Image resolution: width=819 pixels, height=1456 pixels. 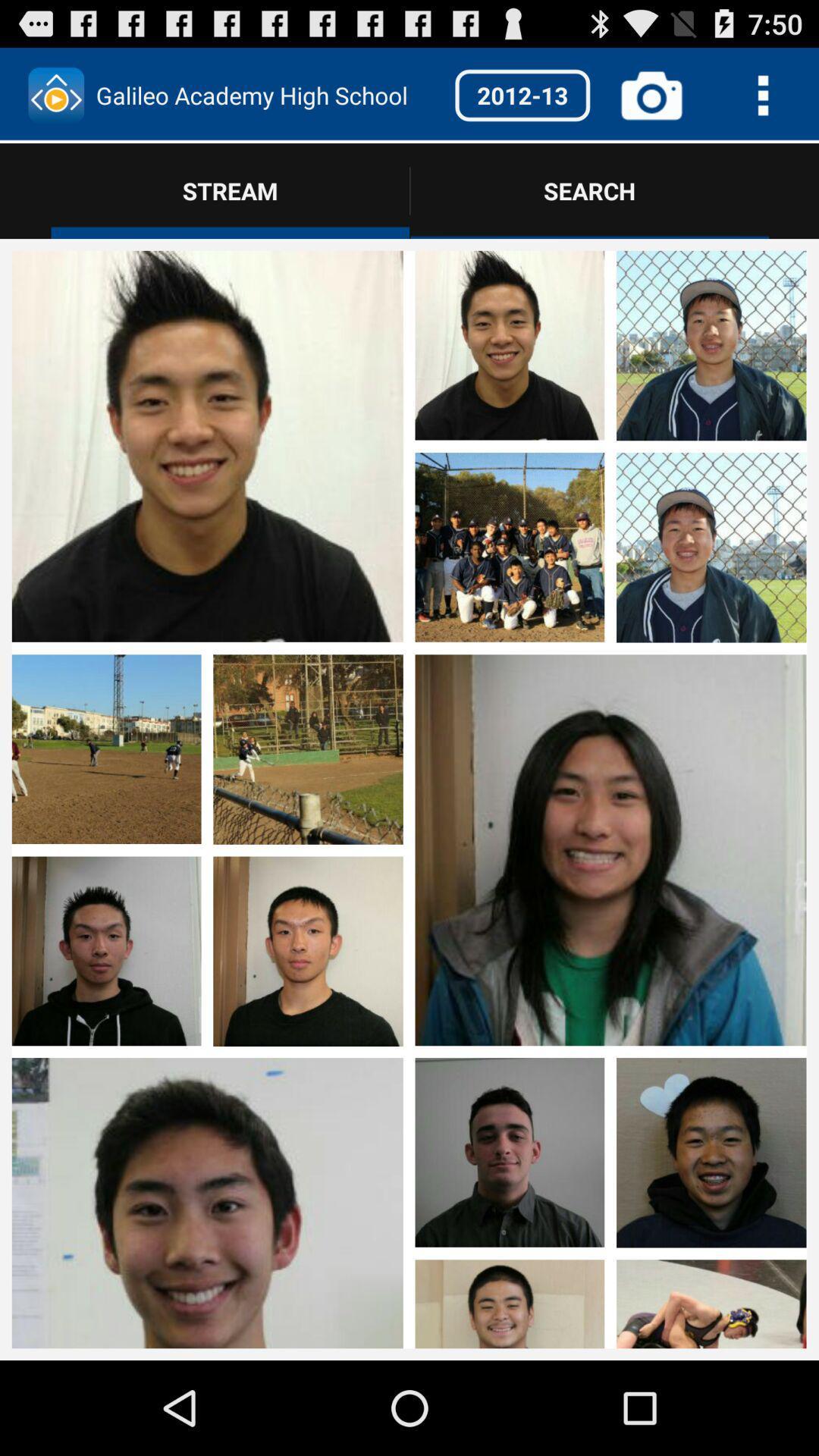 What do you see at coordinates (711, 750) in the screenshot?
I see `photo` at bounding box center [711, 750].